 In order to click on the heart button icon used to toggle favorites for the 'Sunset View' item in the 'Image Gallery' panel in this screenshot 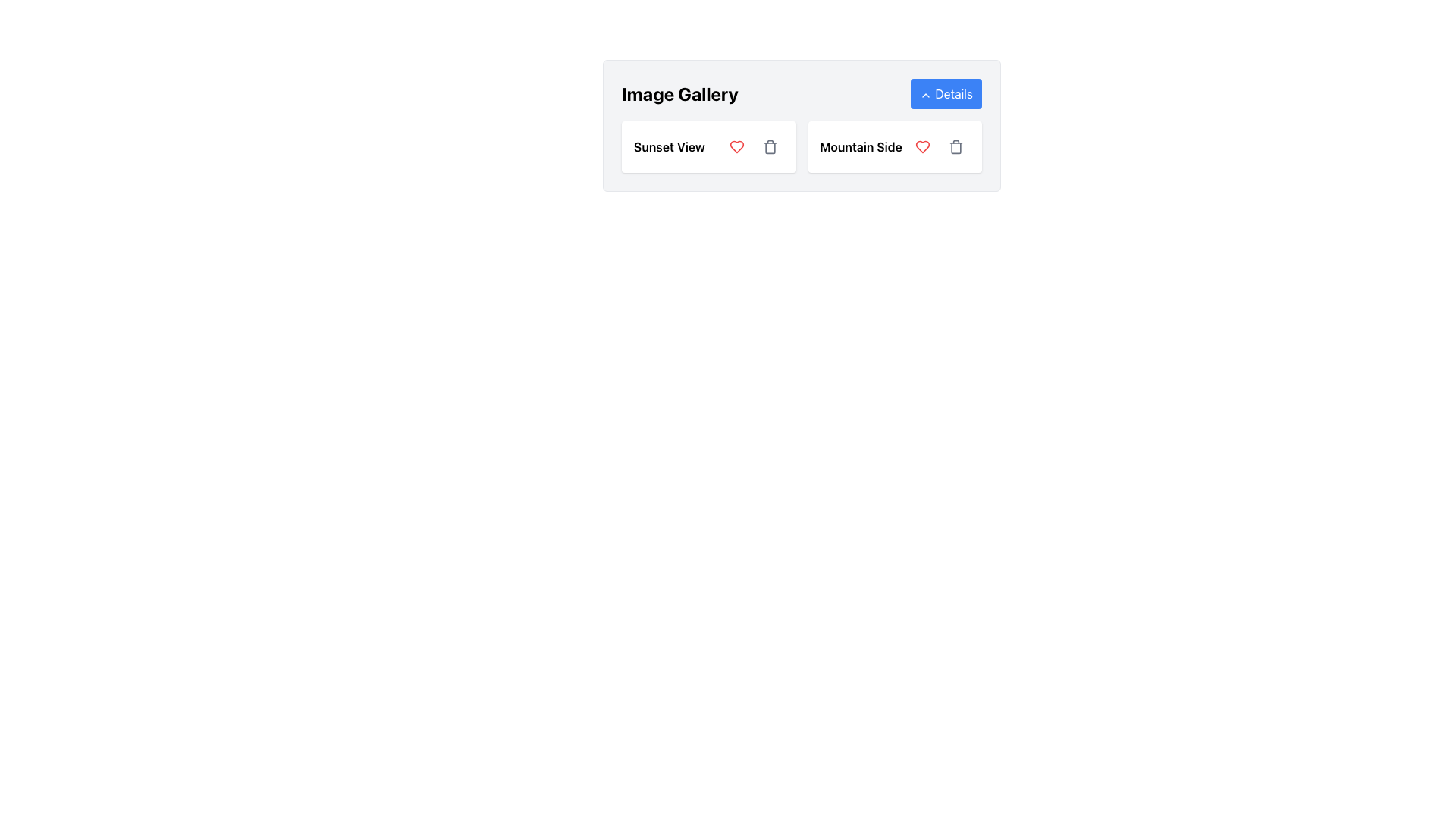, I will do `click(922, 146)`.